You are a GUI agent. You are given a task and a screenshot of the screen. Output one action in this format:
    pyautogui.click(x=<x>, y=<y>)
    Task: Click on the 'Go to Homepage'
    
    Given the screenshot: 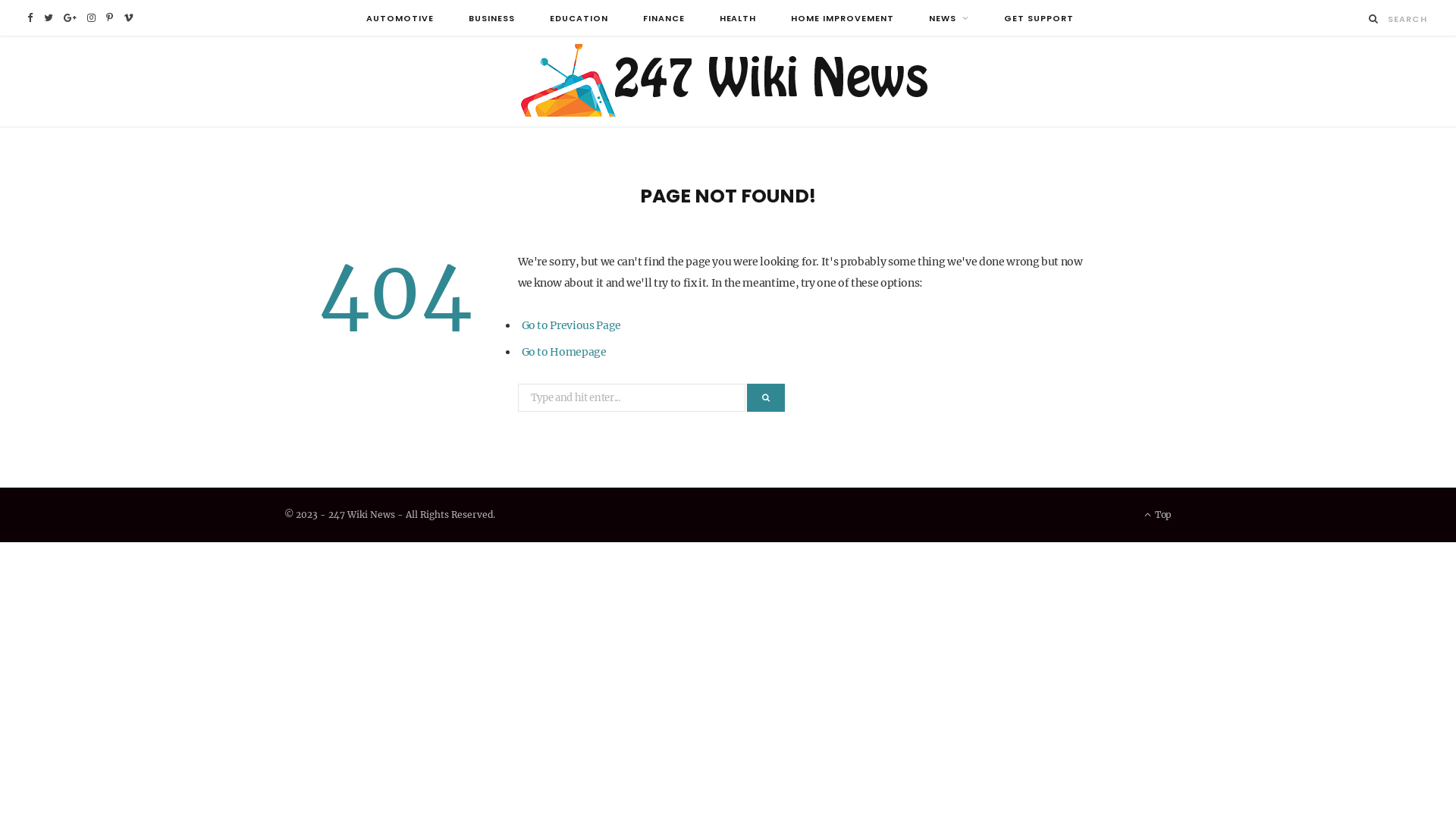 What is the action you would take?
    pyautogui.click(x=563, y=351)
    